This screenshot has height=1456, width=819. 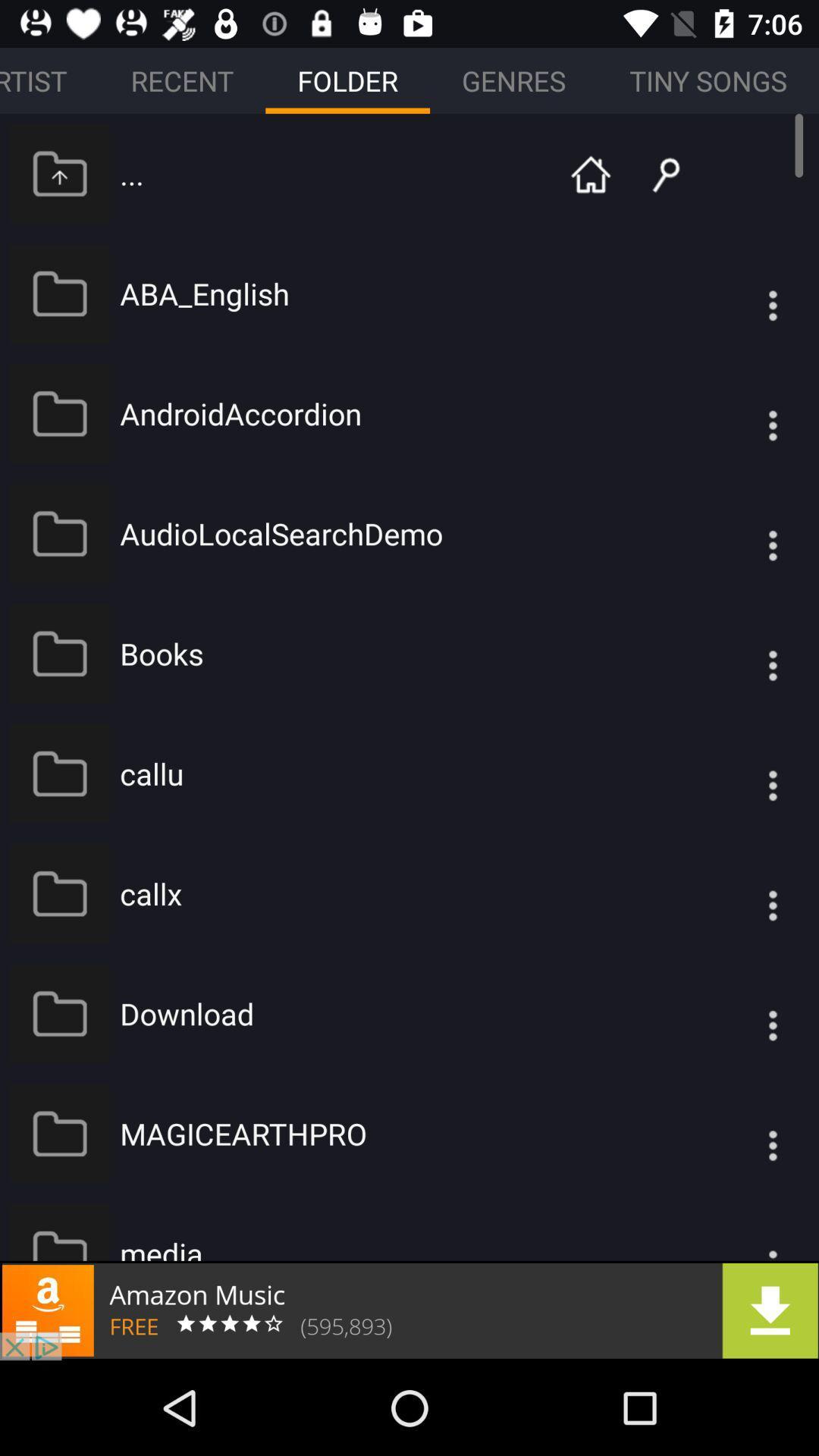 What do you see at coordinates (742, 1013) in the screenshot?
I see `options` at bounding box center [742, 1013].